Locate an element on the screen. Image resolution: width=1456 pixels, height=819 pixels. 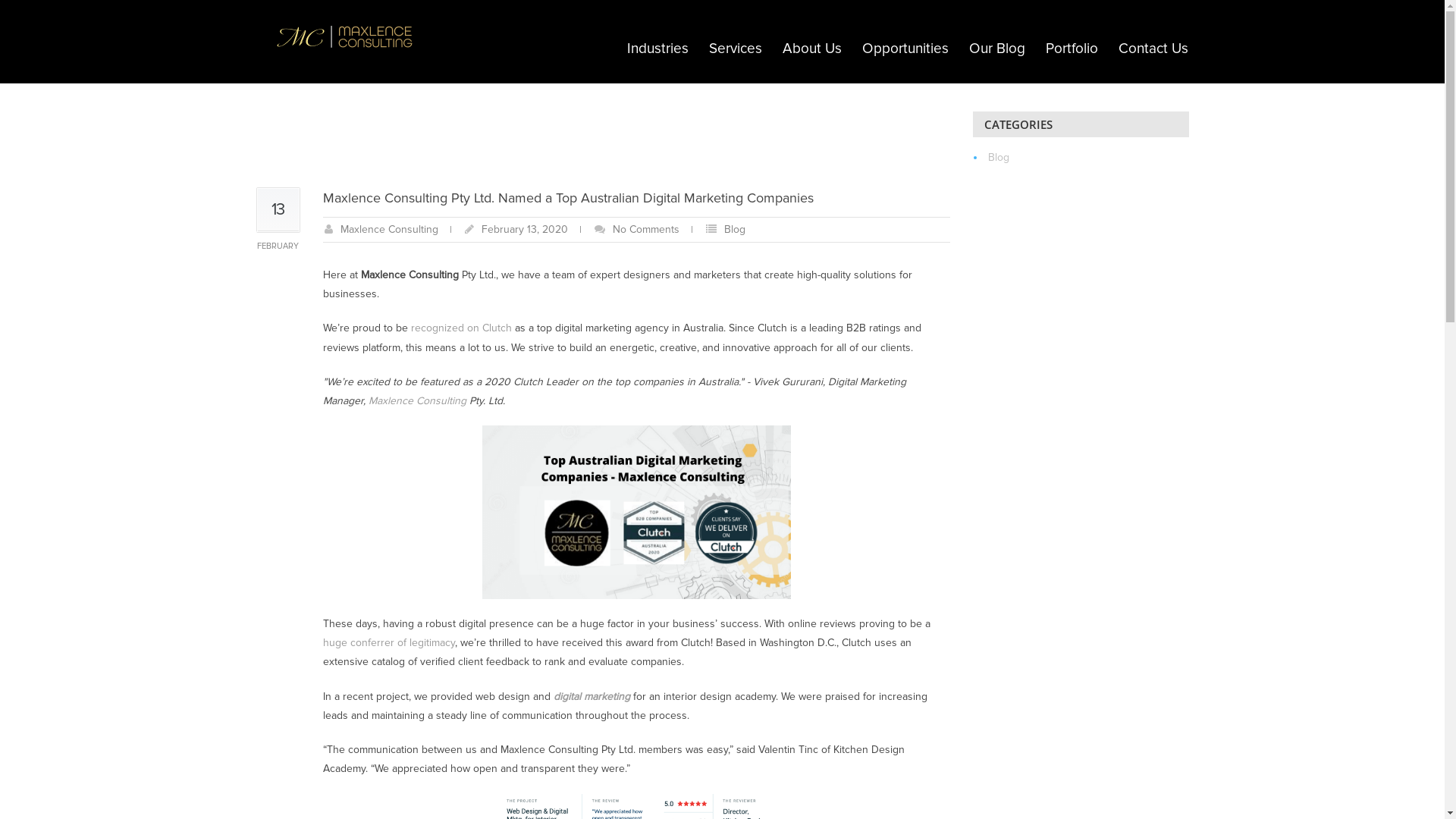
'Blog' is located at coordinates (997, 157).